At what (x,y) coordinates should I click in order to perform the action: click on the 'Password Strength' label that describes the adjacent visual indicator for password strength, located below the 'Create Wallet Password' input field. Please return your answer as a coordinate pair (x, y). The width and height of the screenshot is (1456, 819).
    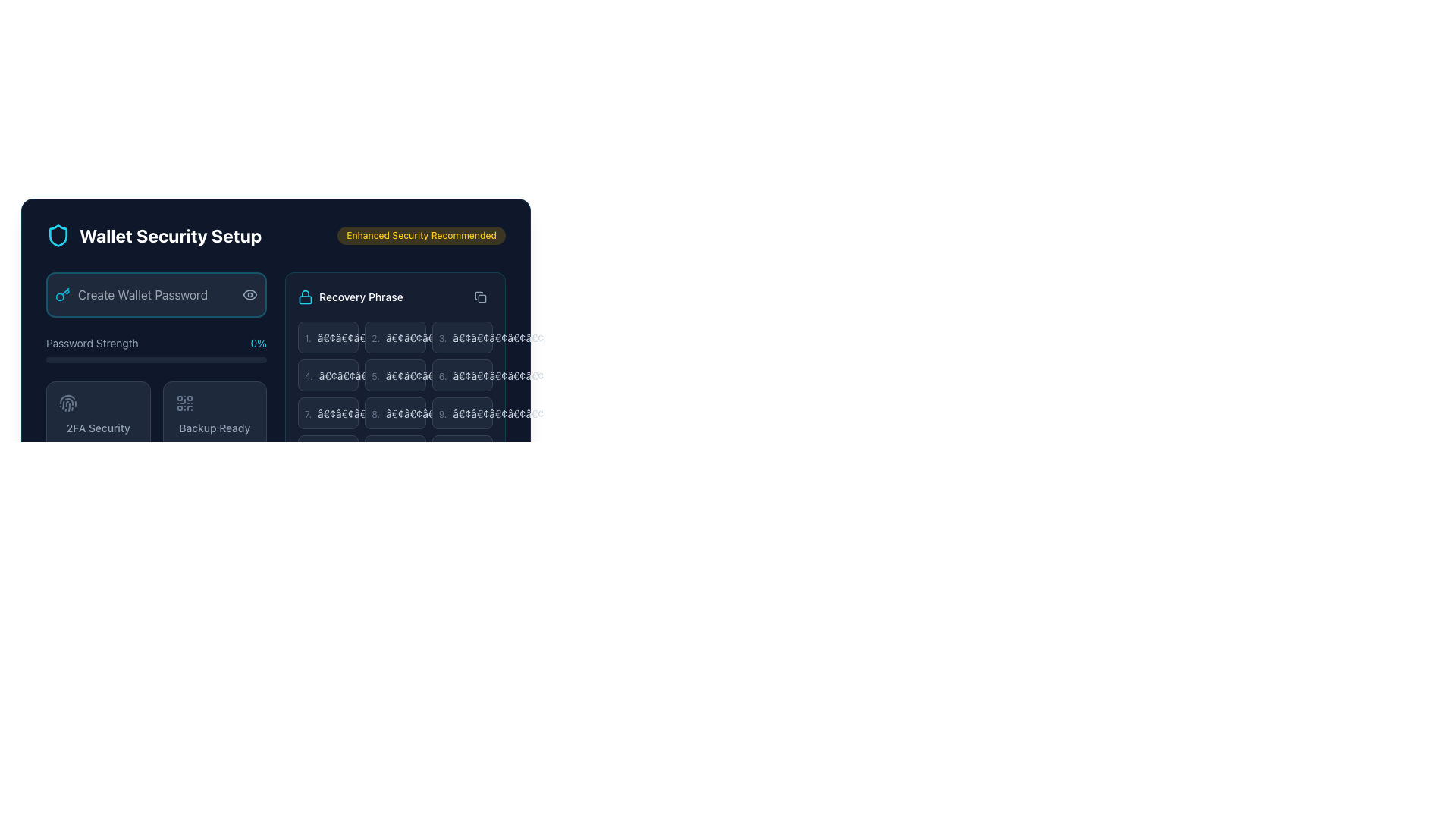
    Looking at the image, I should click on (91, 343).